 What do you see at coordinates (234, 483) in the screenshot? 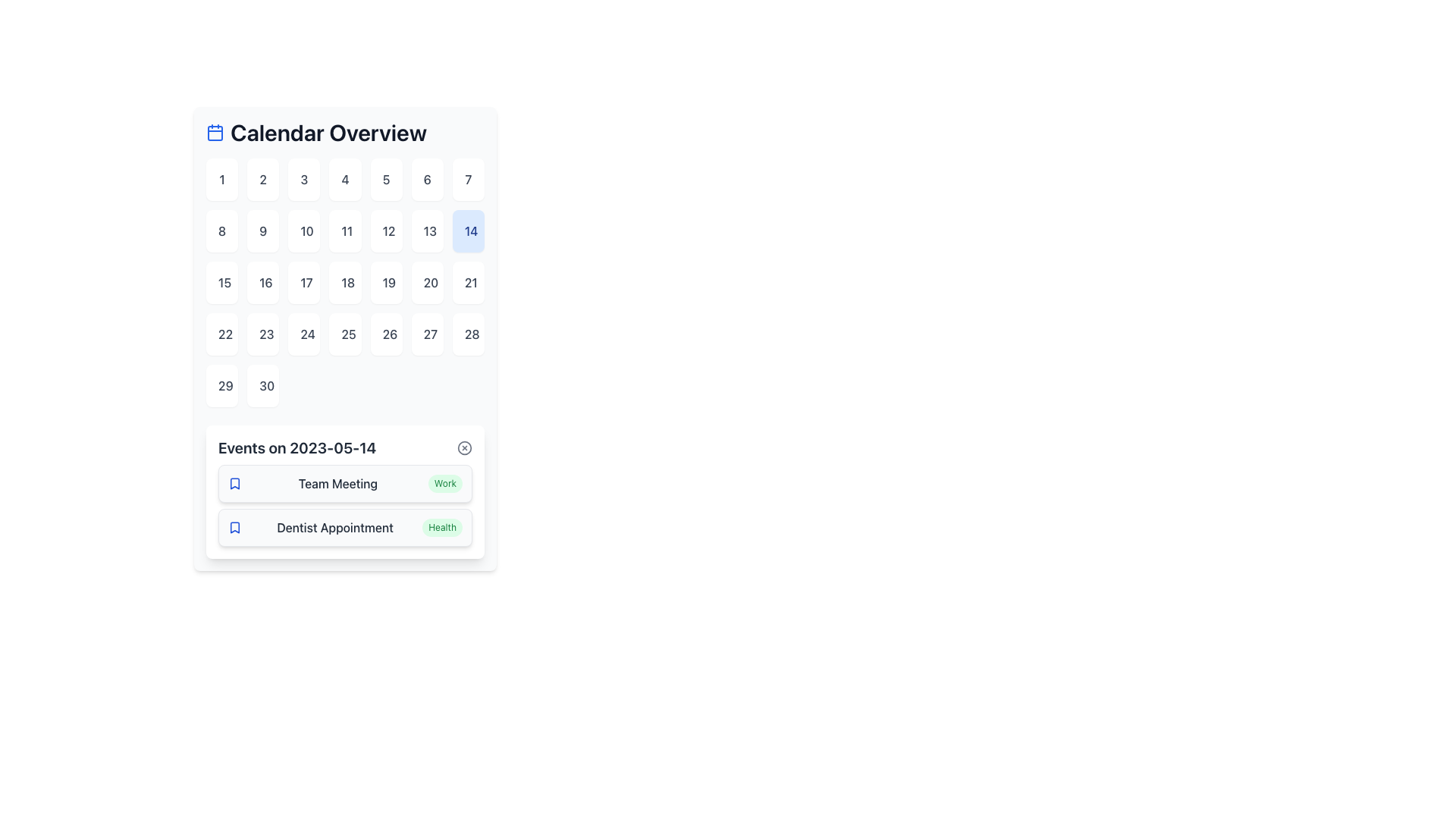
I see `the blue bookmark icon located before the 'Team Meeting' text in the event entry` at bounding box center [234, 483].